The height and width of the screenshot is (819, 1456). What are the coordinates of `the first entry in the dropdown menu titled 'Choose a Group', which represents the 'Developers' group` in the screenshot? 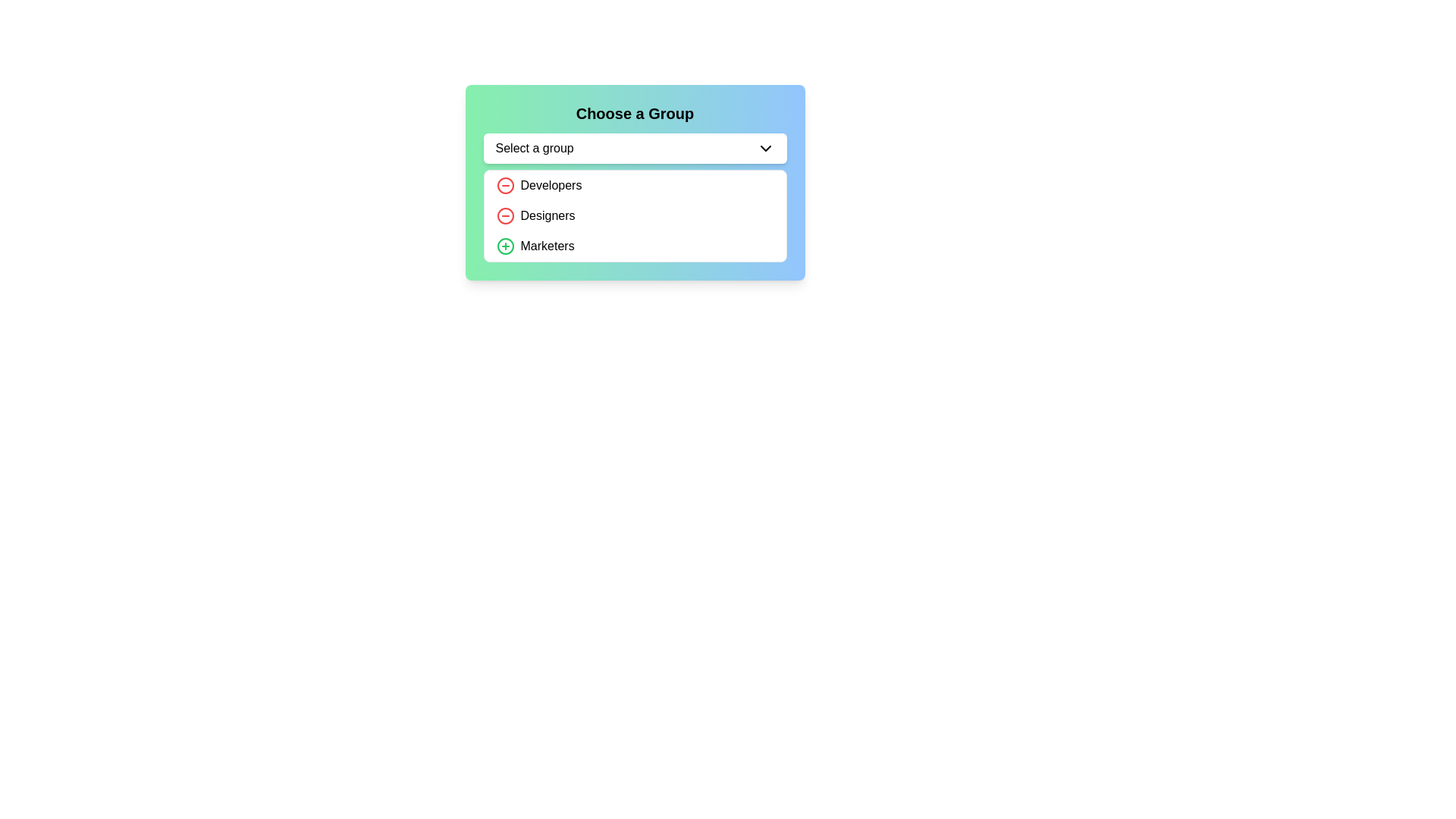 It's located at (538, 185).